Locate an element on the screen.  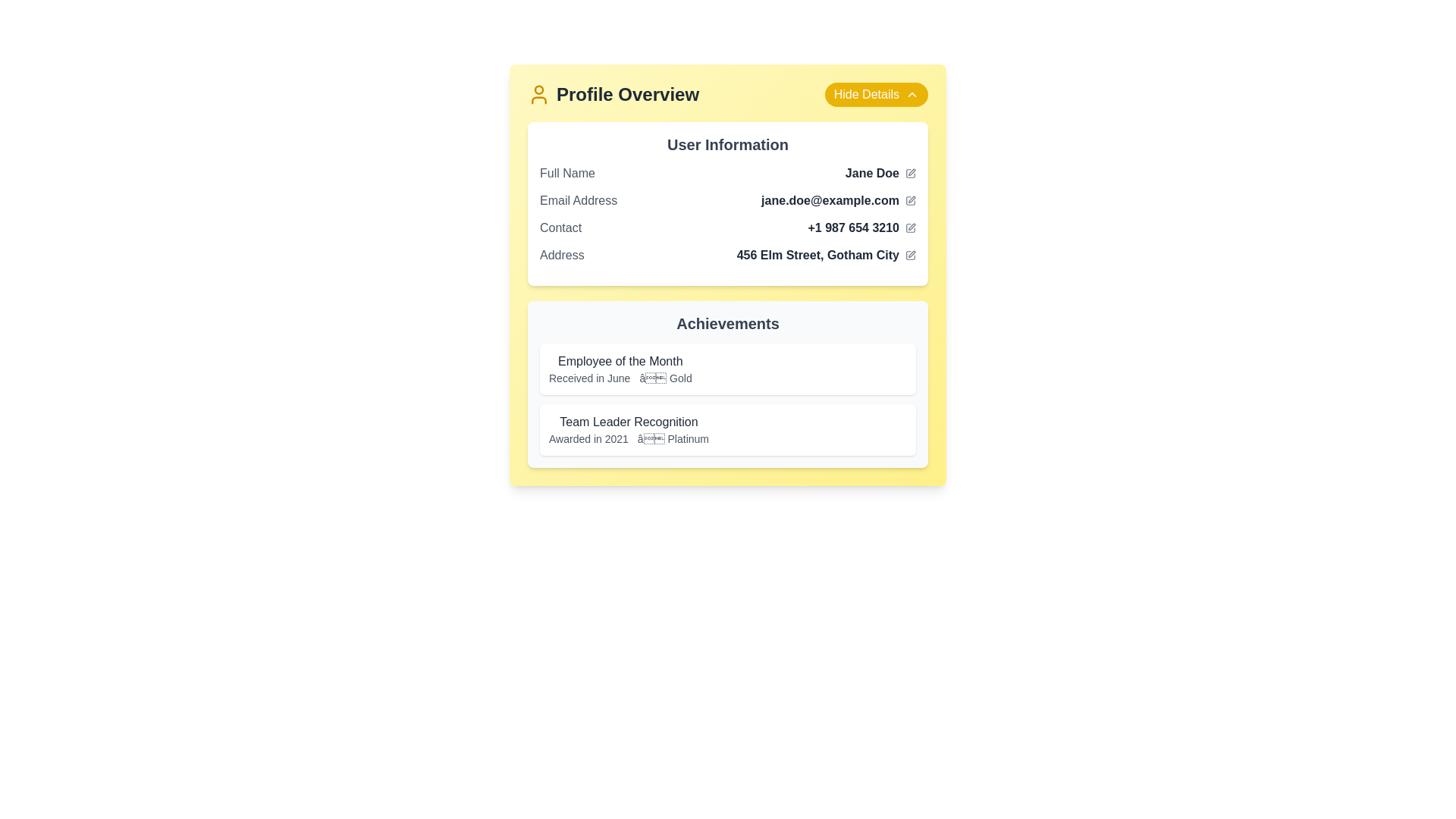
the 'Employee of the Month' text display in the Achievements section, which features two lines of text: 'Employee of the Month' in medium dark gray and 'Received in June ★ Gold' in smaller light gray is located at coordinates (620, 369).